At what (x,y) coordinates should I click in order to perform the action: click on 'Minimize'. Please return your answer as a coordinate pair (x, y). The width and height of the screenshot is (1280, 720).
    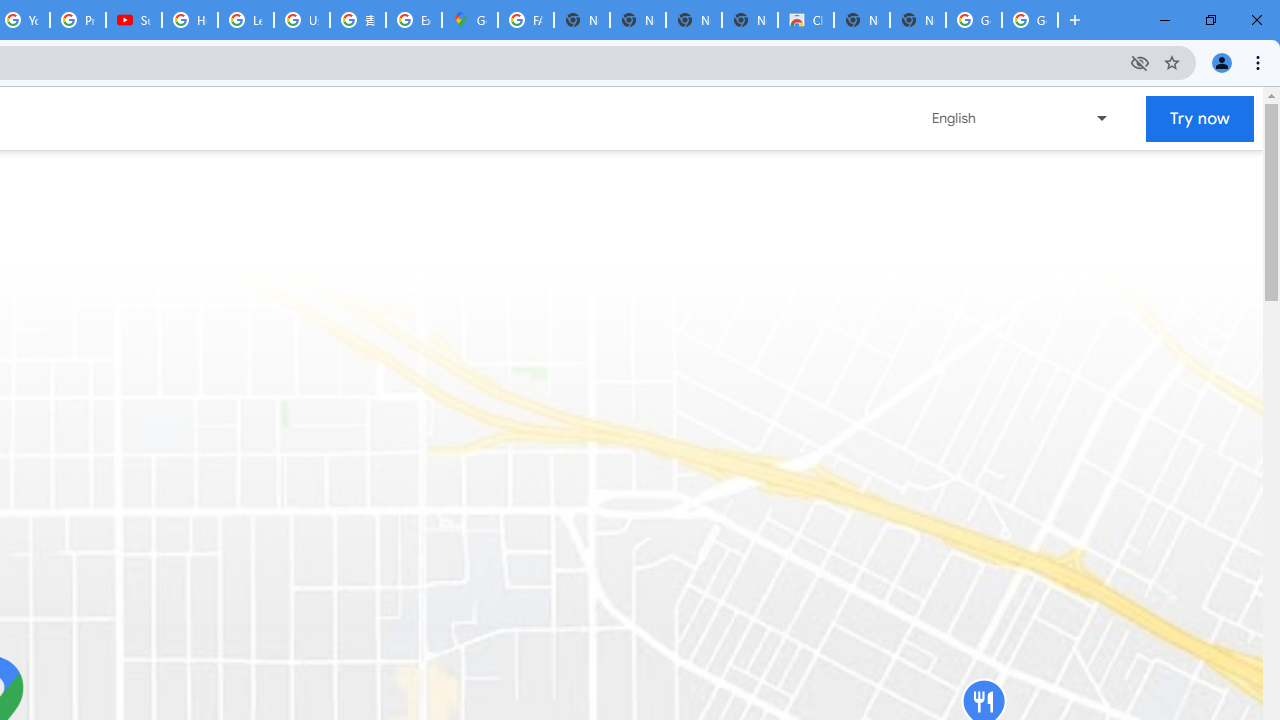
    Looking at the image, I should click on (1165, 20).